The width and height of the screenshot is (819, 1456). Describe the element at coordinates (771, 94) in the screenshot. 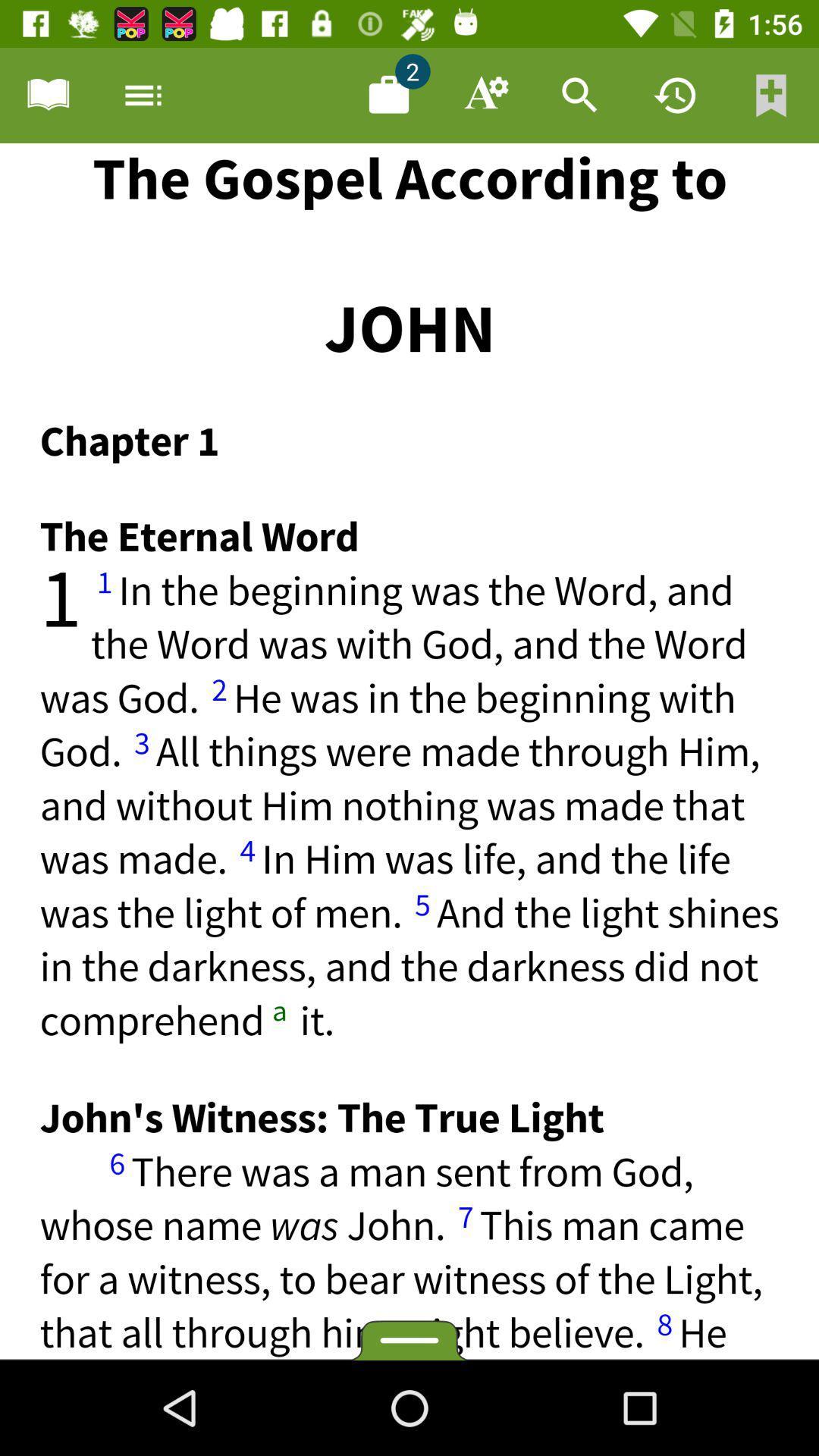

I see `bookmark` at that location.